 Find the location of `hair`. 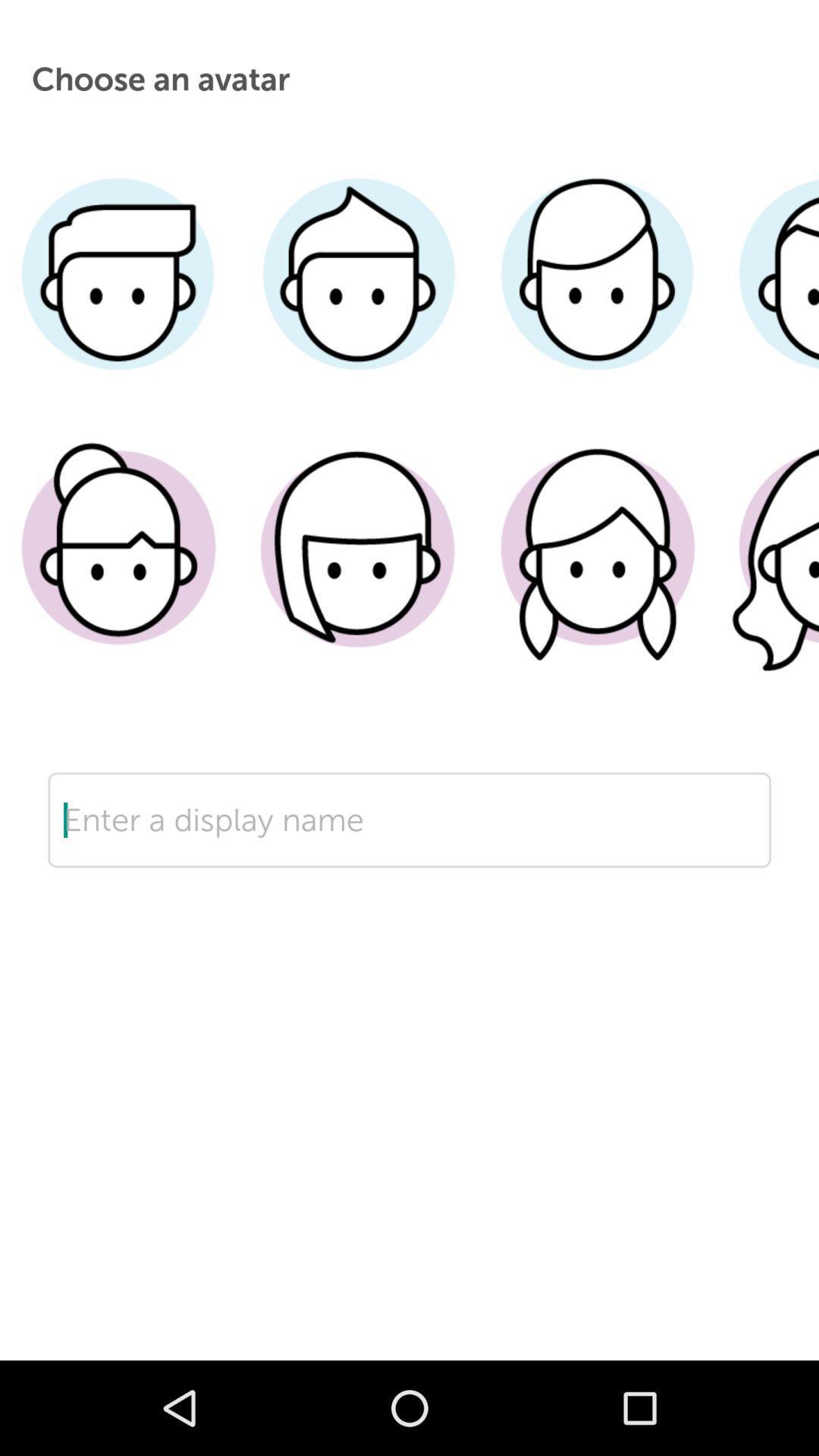

hair is located at coordinates (358, 570).